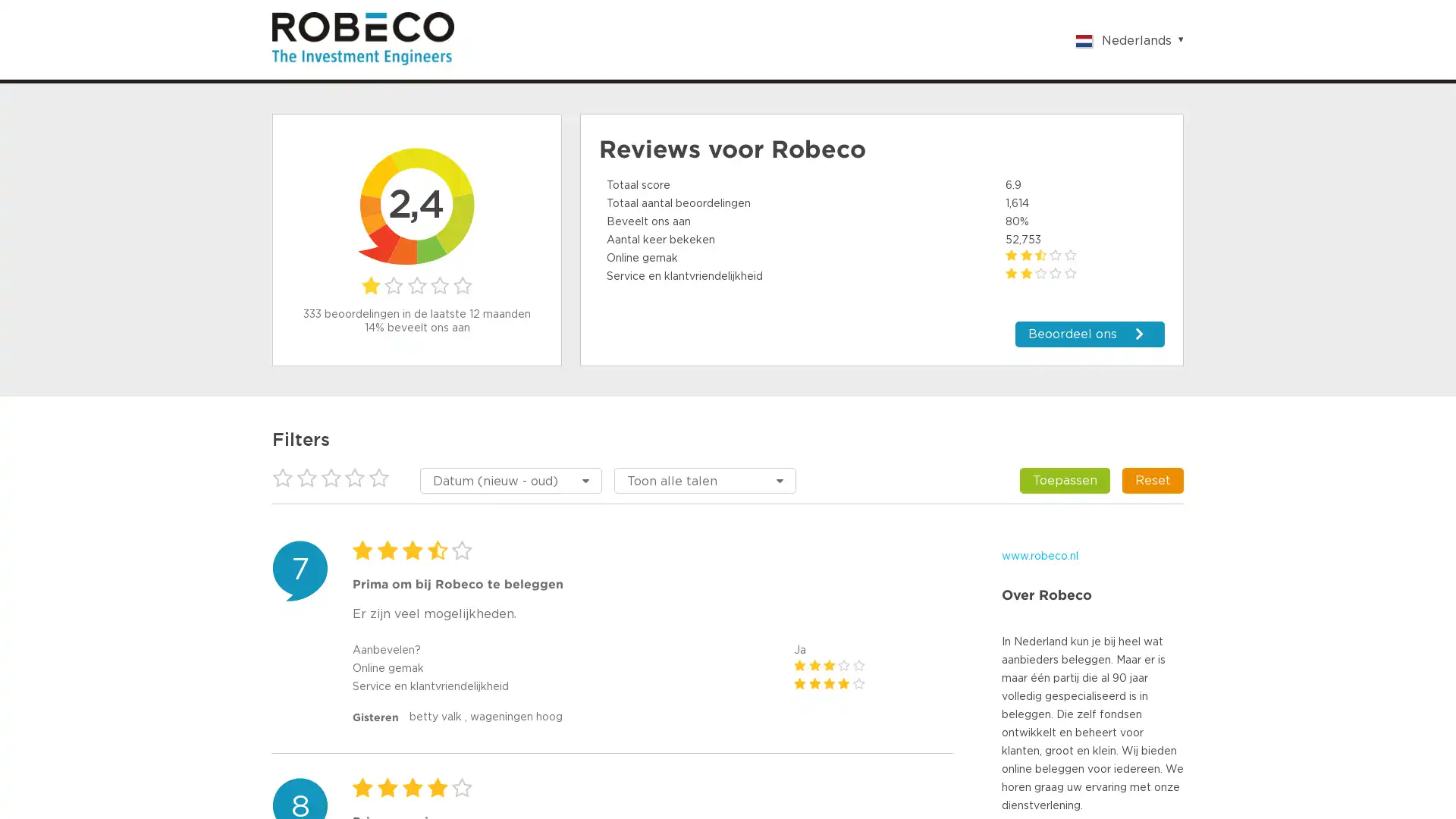 The height and width of the screenshot is (819, 1456). Describe the element at coordinates (1064, 480) in the screenshot. I see `Toepassen` at that location.